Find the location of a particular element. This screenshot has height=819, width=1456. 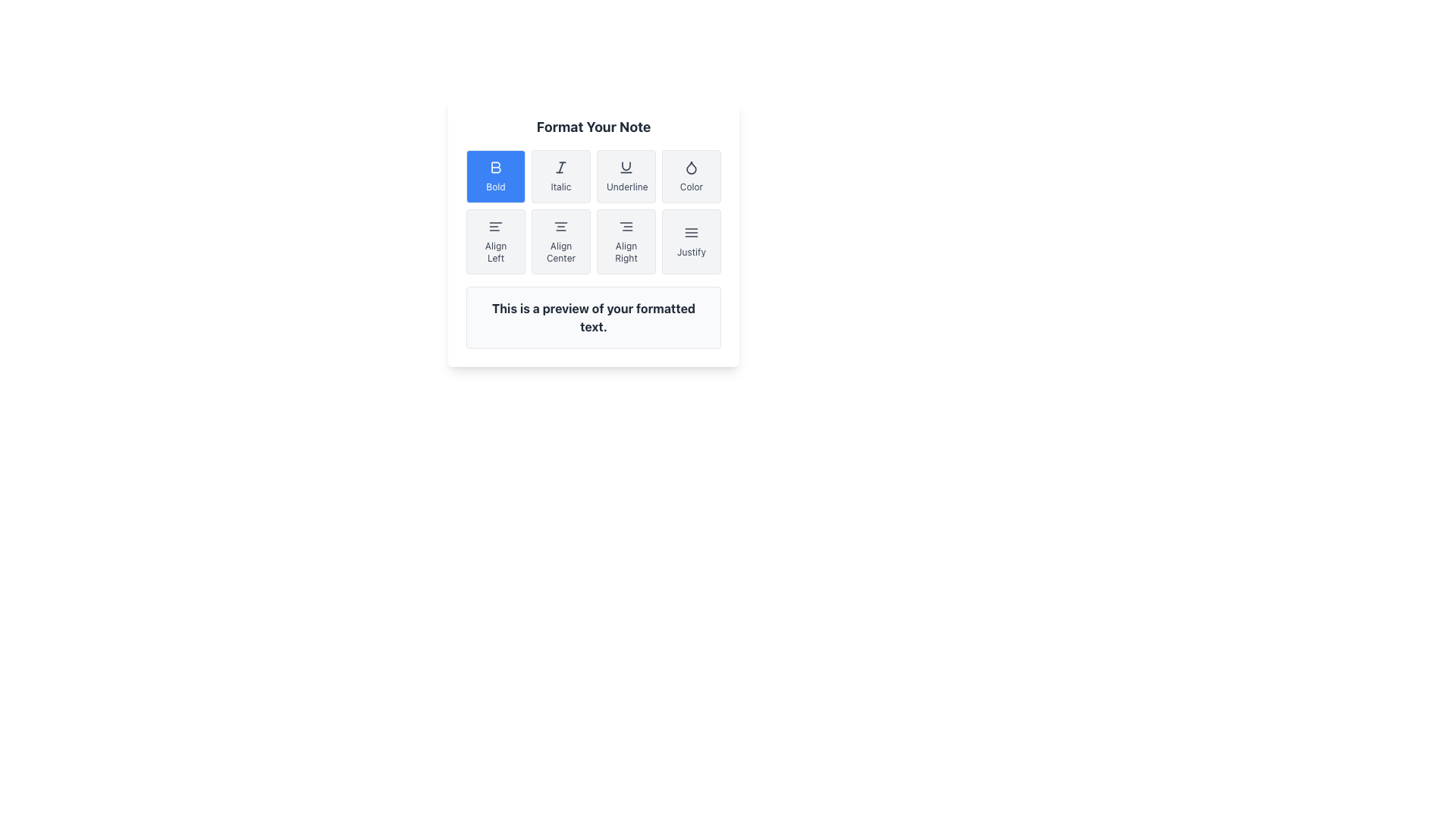

the underline icon, which is a U-shaped stroke topped by a horizontal line is located at coordinates (626, 167).